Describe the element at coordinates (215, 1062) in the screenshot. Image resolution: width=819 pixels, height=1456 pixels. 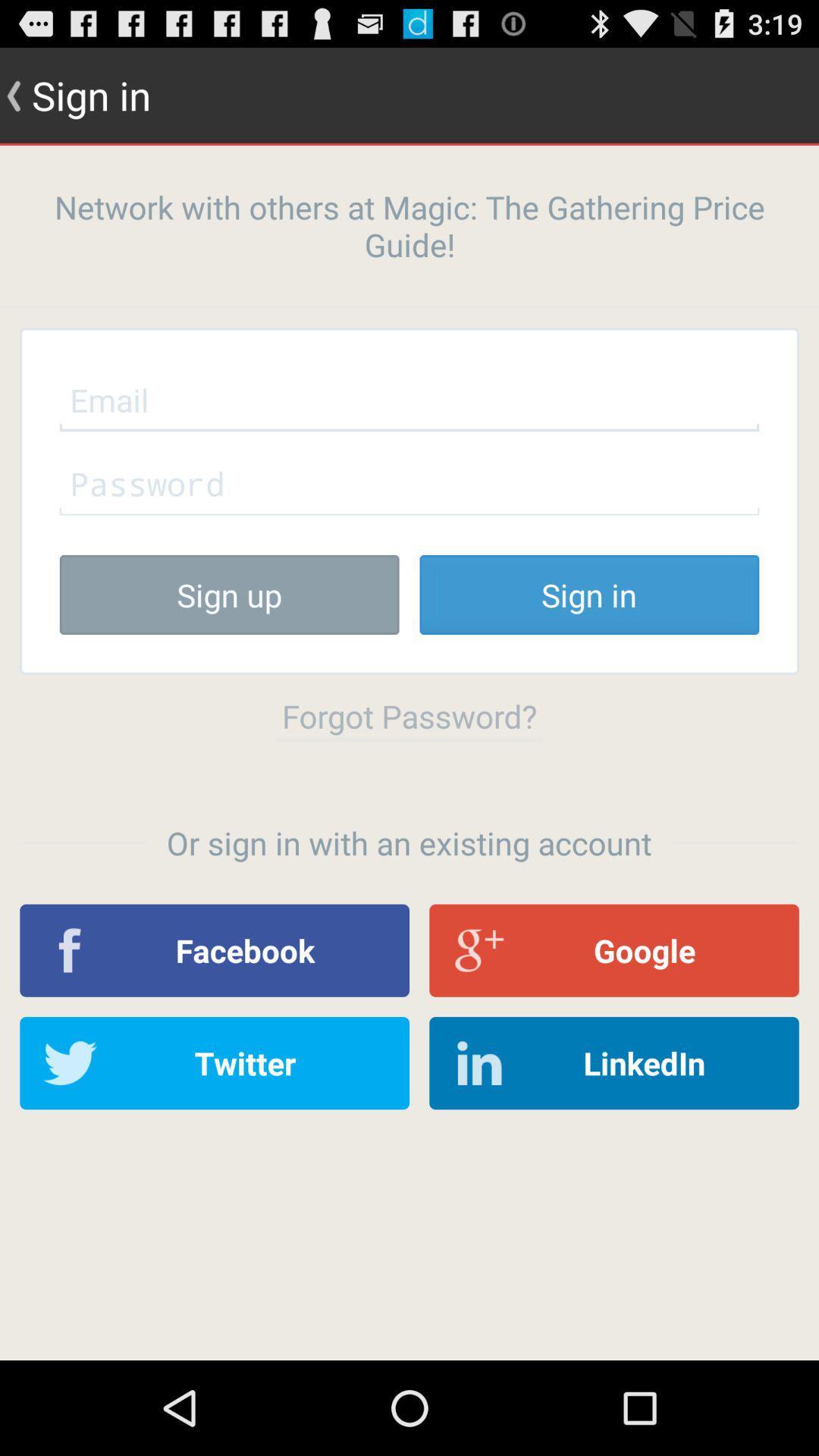
I see `the icon next to the linkedin app` at that location.